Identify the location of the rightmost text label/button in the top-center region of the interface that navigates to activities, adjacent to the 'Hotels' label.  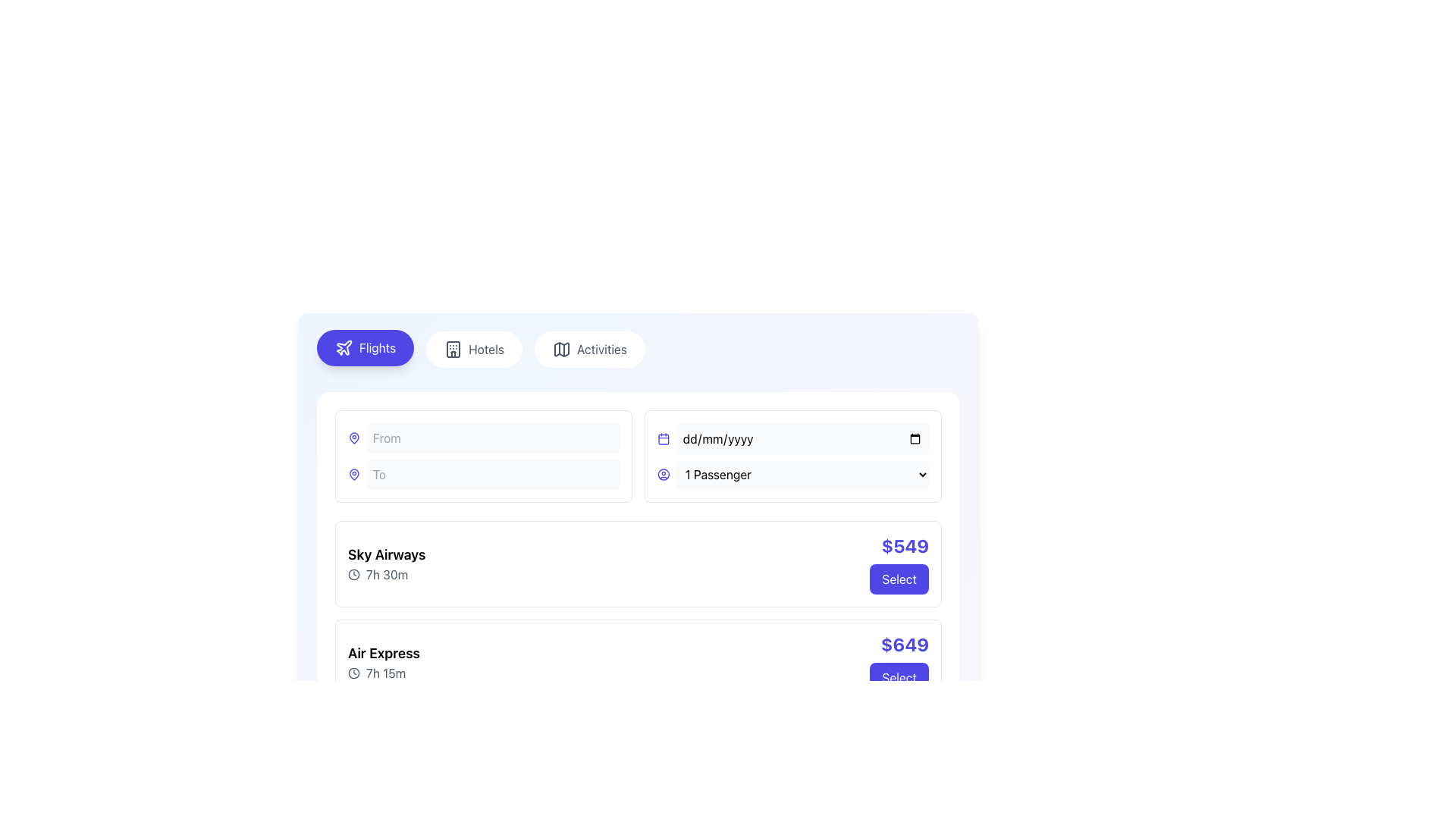
(601, 350).